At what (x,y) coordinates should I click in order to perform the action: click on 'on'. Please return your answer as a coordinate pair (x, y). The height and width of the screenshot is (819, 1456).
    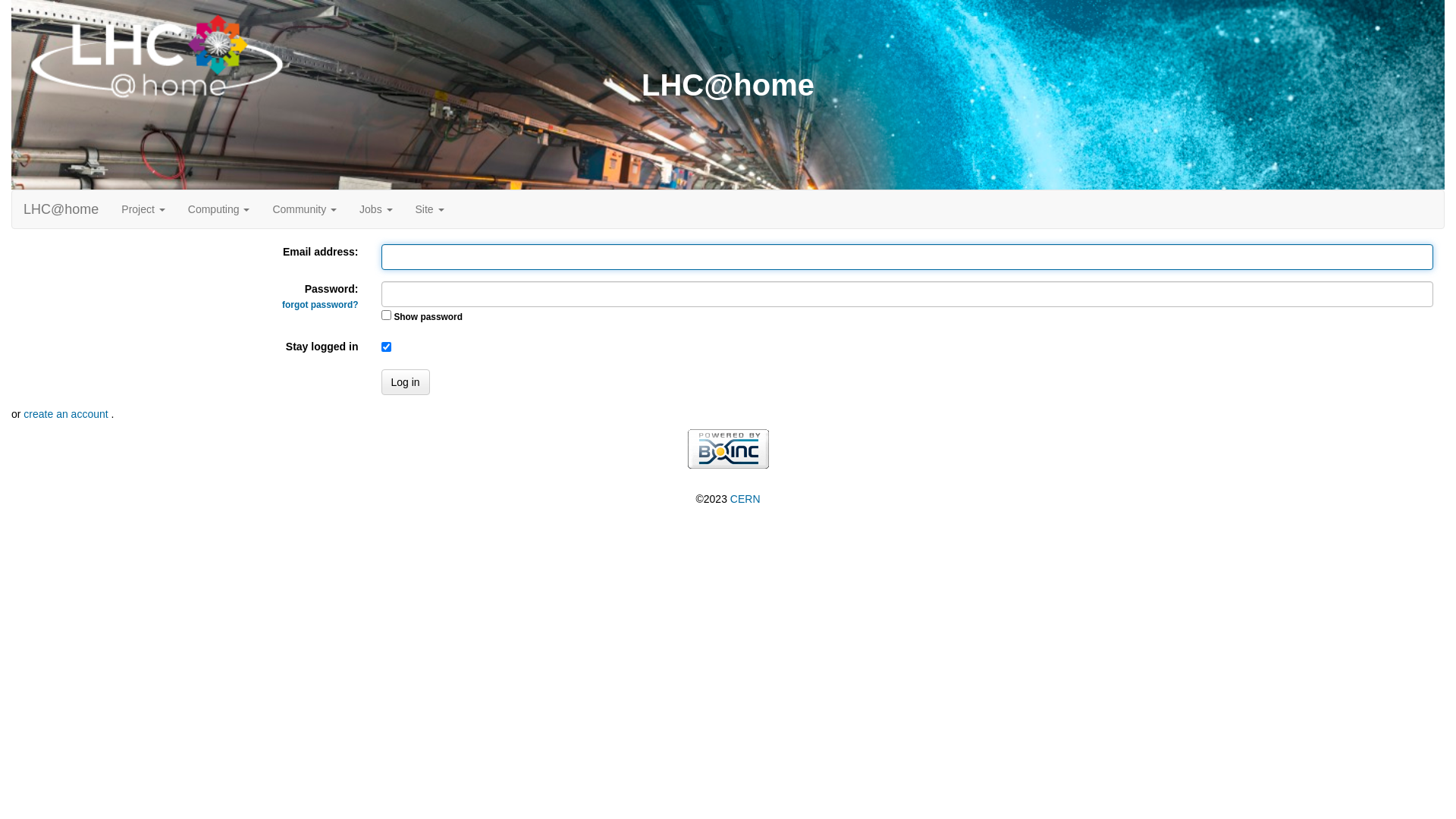
    Looking at the image, I should click on (385, 314).